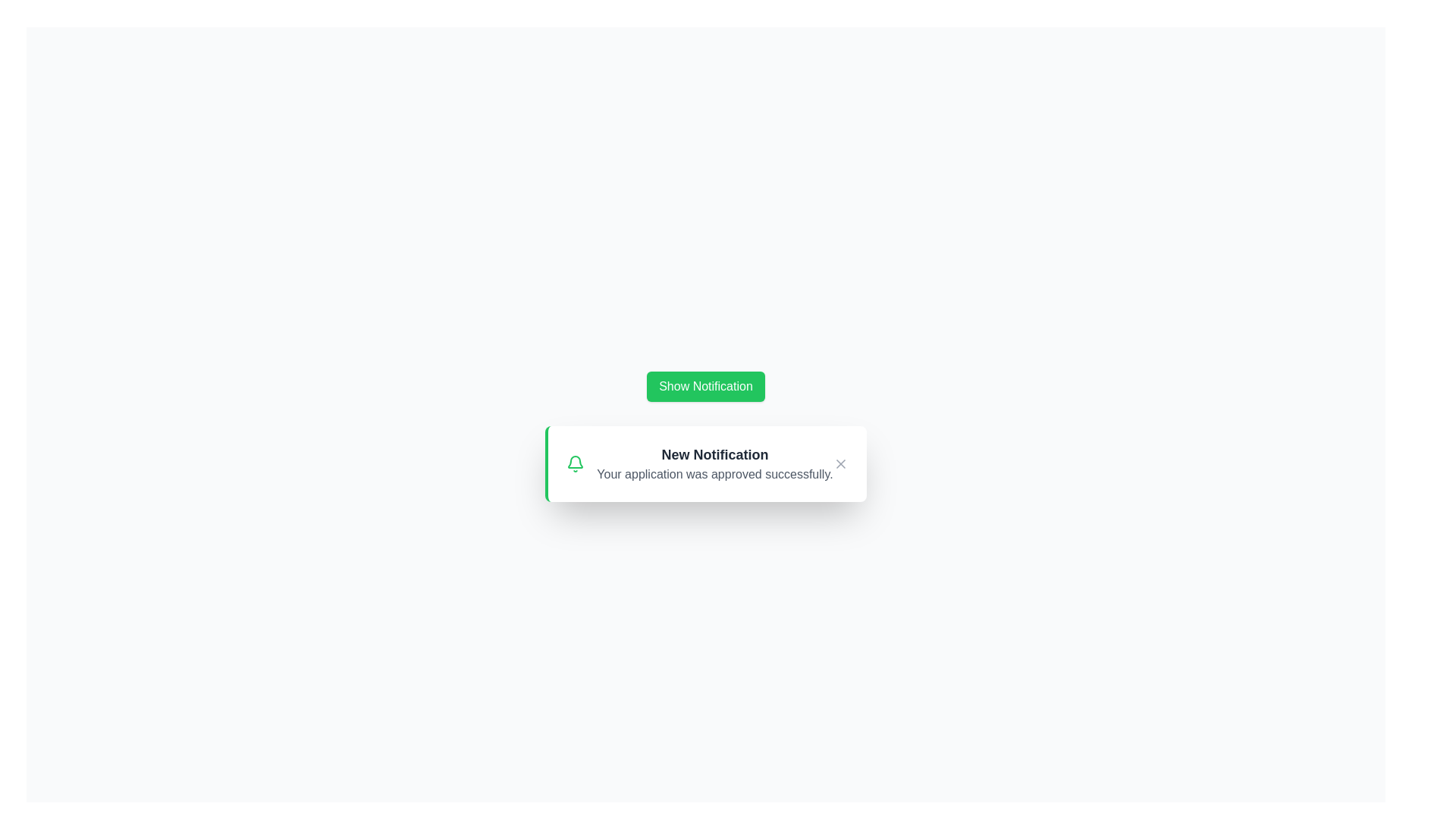 This screenshot has height=819, width=1456. I want to click on the green bell icon indicating notifications located at the top-left corner of the notification card, so click(575, 463).